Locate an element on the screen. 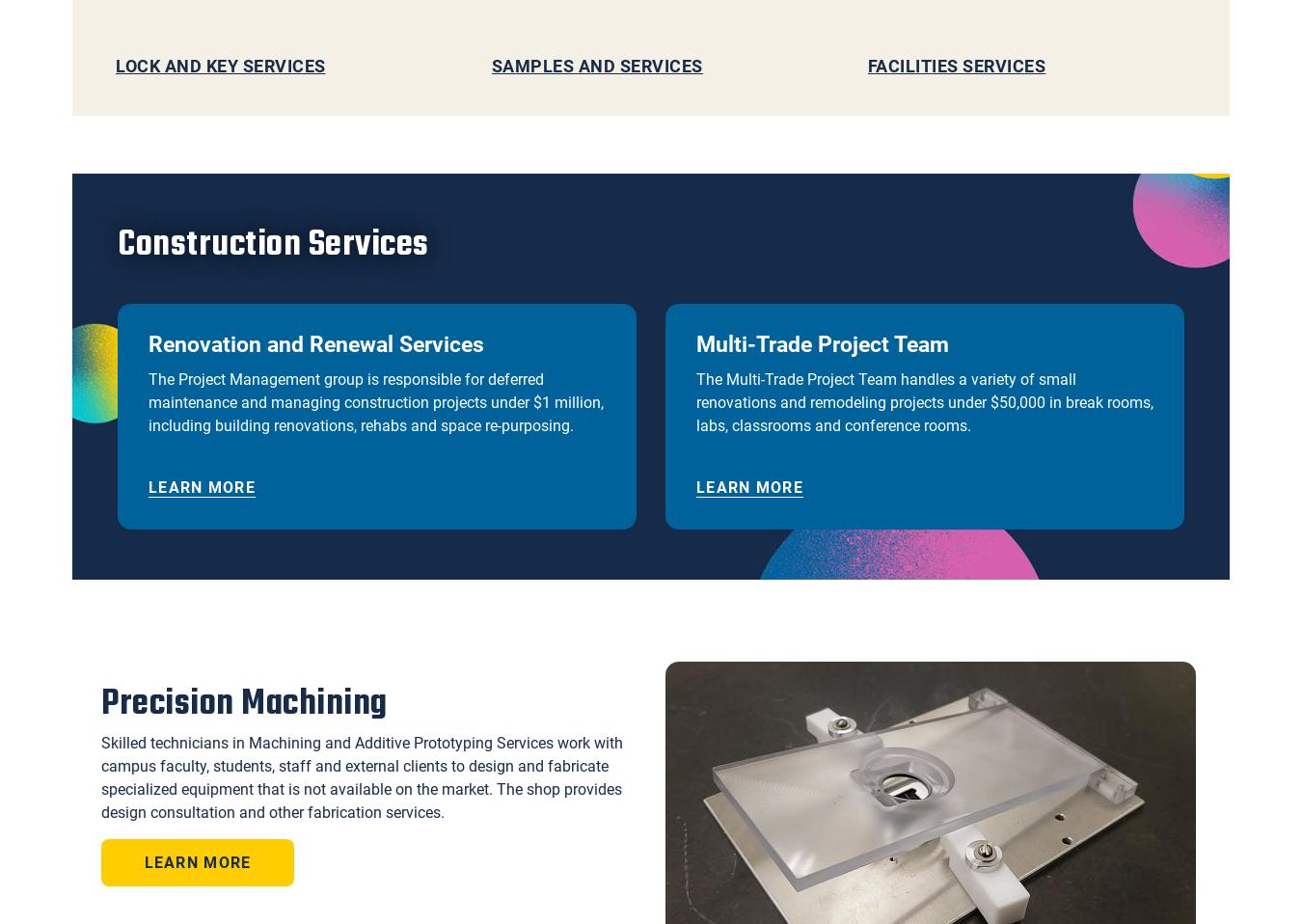 This screenshot has height=924, width=1302. 'Samples and Services' is located at coordinates (596, 64).